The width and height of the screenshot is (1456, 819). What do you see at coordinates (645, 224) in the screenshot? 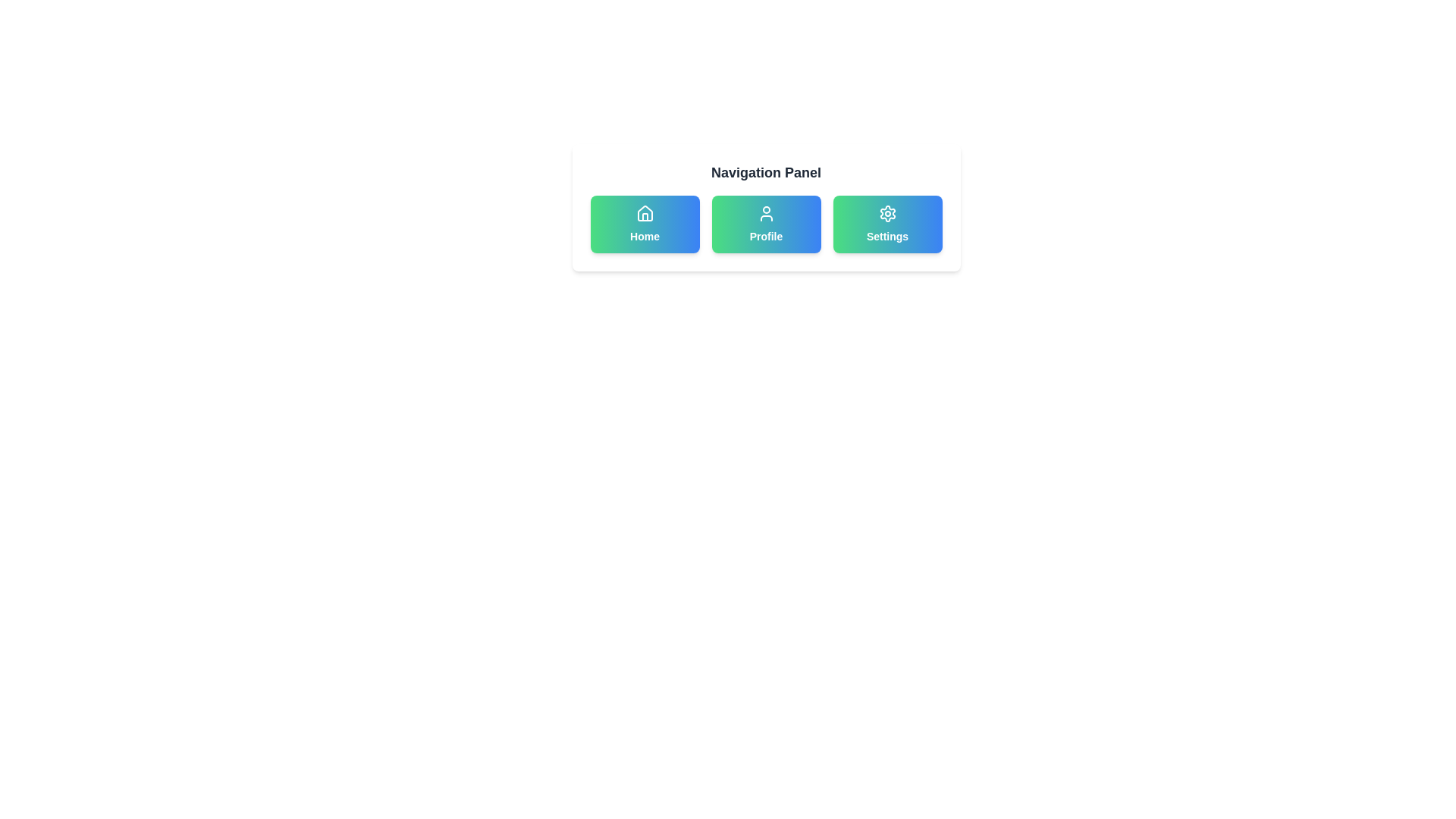
I see `the 'Home' button, which is the first option in the horizontal navigation panel, featuring a gradient background from green to blue and a white house icon above the text 'Home'` at bounding box center [645, 224].